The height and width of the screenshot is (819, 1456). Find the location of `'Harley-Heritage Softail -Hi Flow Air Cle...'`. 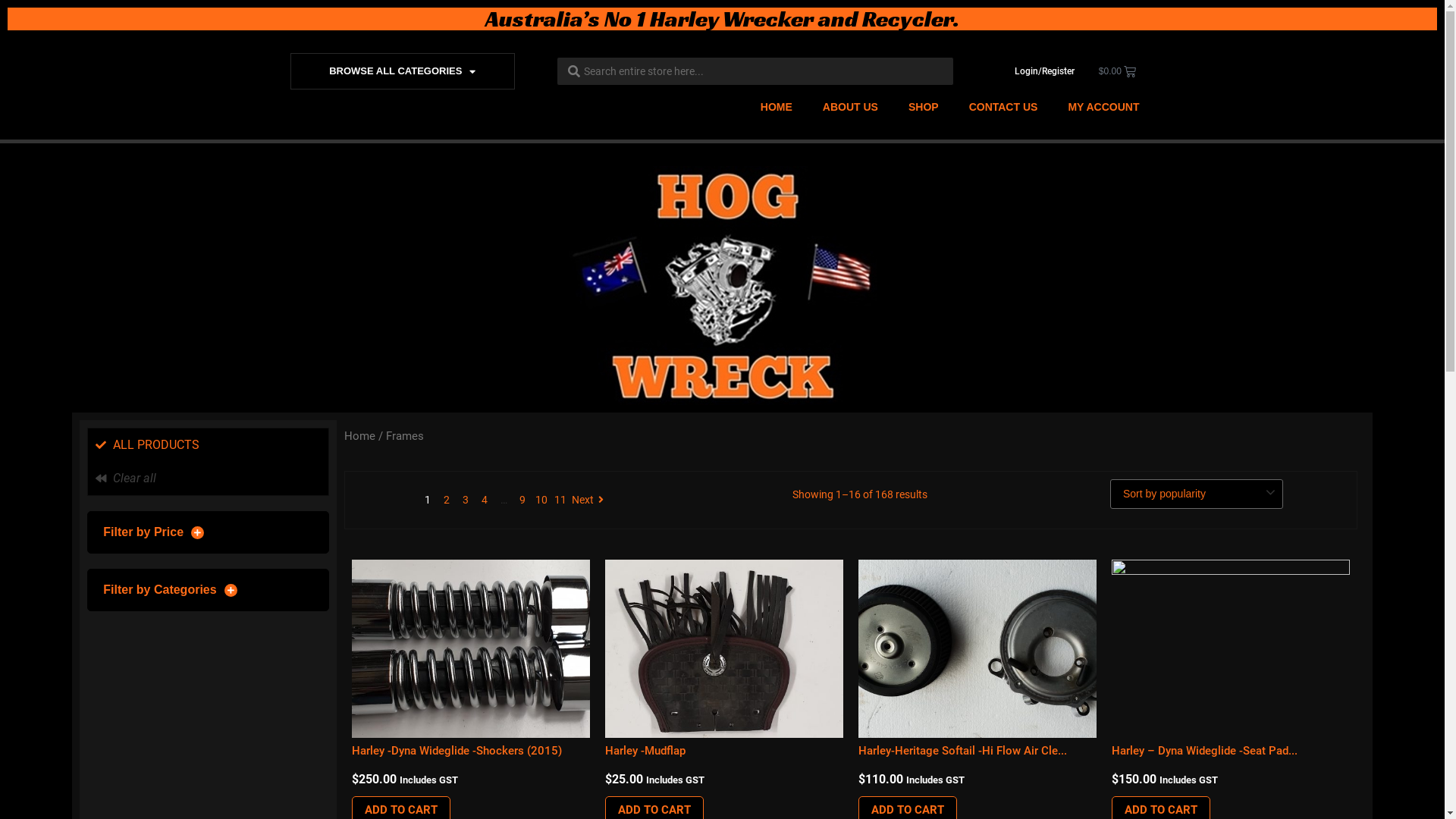

'Harley-Heritage Softail -Hi Flow Air Cle...' is located at coordinates (962, 751).